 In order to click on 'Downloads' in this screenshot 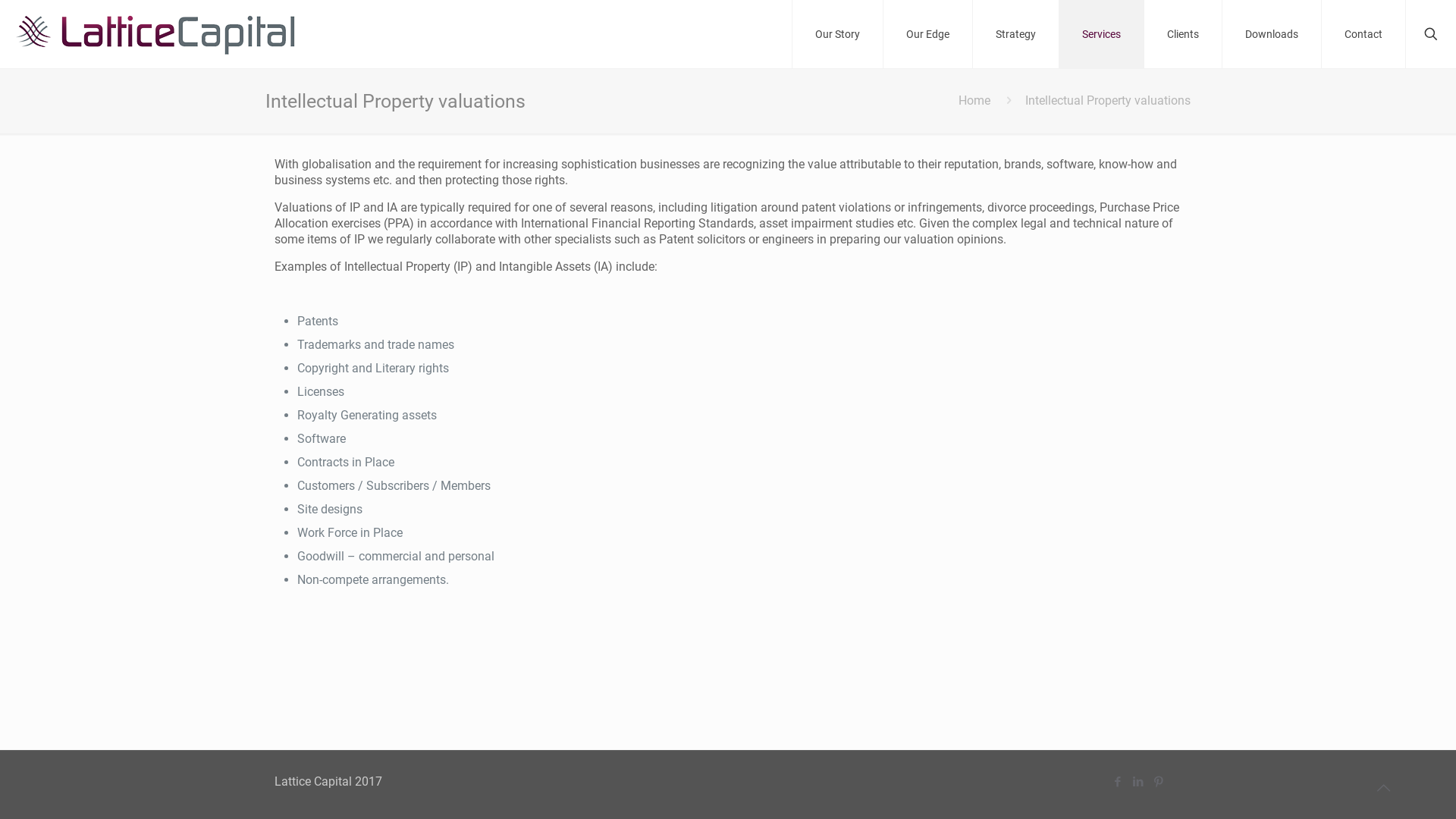, I will do `click(1272, 34)`.